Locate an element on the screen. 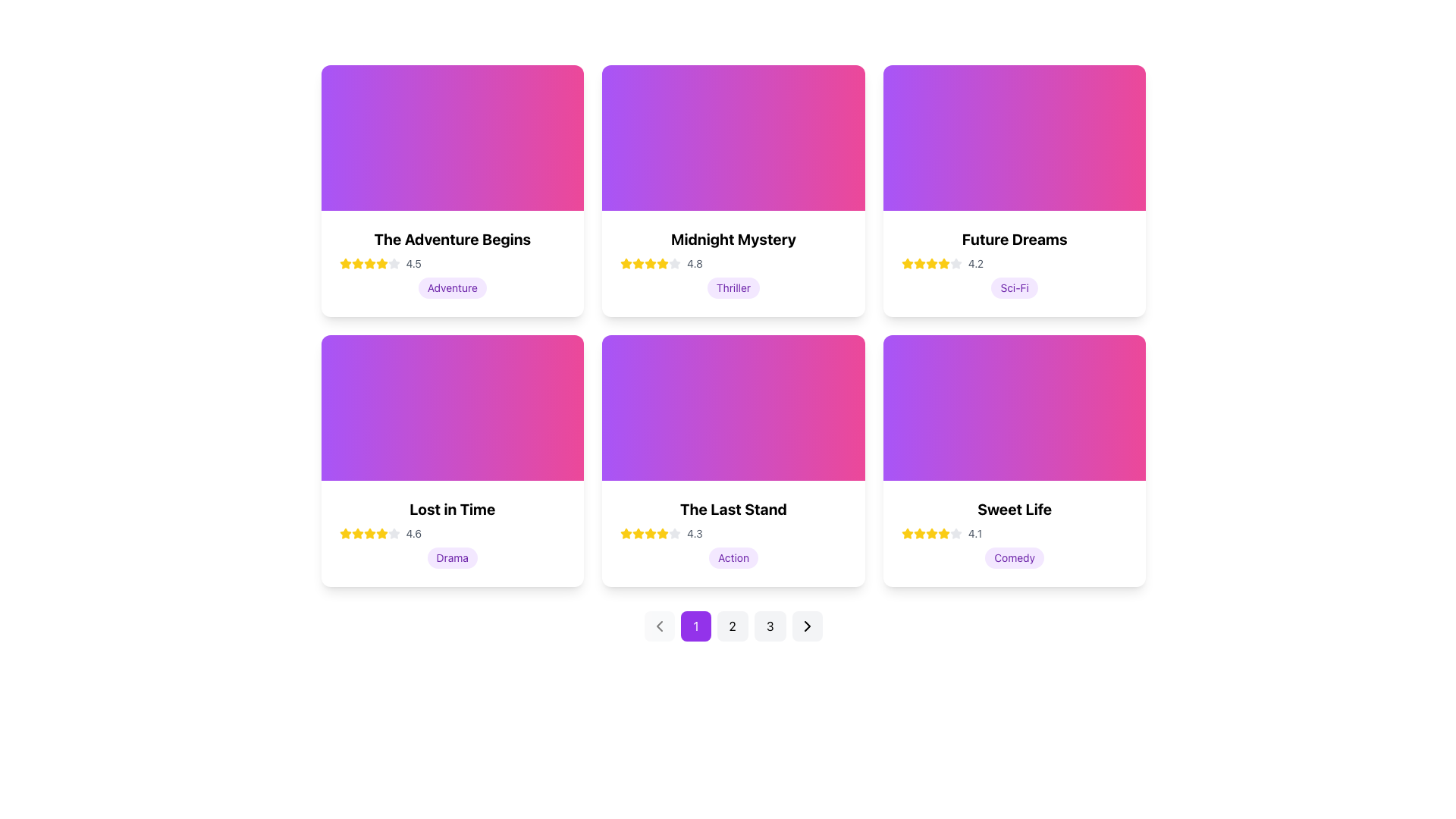 The height and width of the screenshot is (819, 1456). the fourth five-pointed star icon with a yellow fill in the rating system of the card titled 'The Last Stand' is located at coordinates (626, 532).